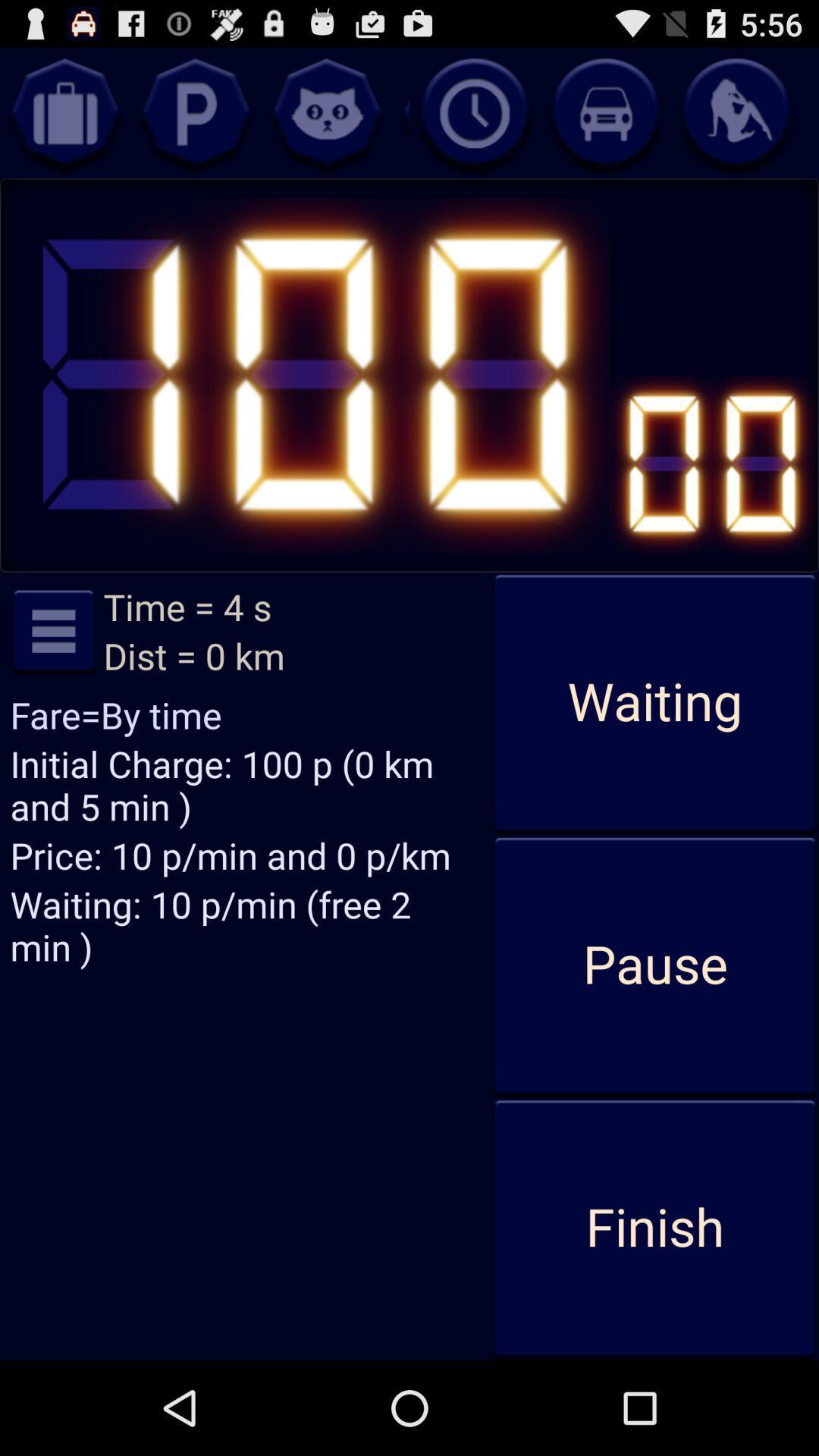  I want to click on driving, so click(604, 112).